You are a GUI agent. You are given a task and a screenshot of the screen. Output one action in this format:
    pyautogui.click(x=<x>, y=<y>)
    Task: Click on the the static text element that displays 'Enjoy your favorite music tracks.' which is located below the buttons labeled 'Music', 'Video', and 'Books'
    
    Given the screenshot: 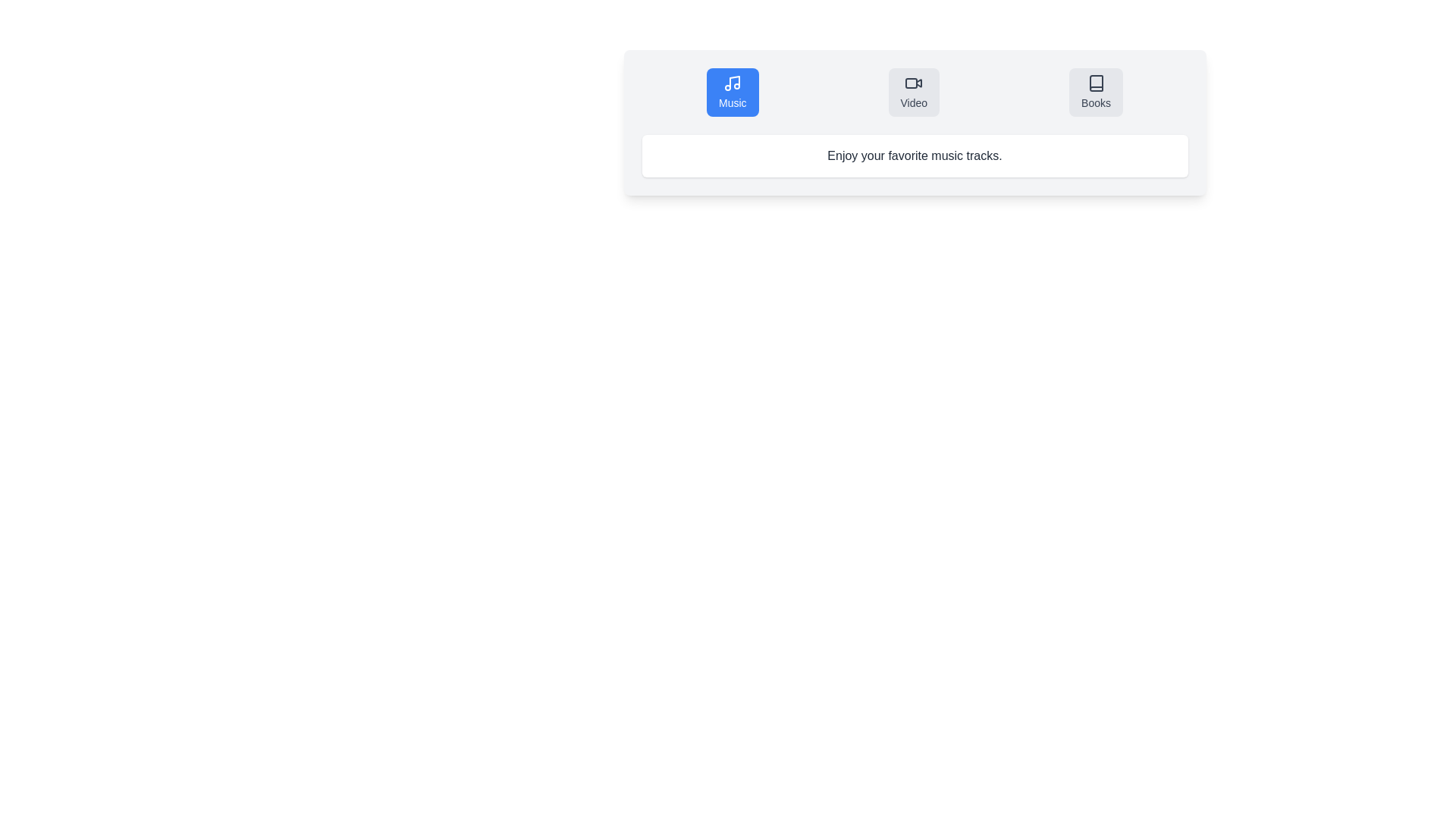 What is the action you would take?
    pyautogui.click(x=914, y=155)
    